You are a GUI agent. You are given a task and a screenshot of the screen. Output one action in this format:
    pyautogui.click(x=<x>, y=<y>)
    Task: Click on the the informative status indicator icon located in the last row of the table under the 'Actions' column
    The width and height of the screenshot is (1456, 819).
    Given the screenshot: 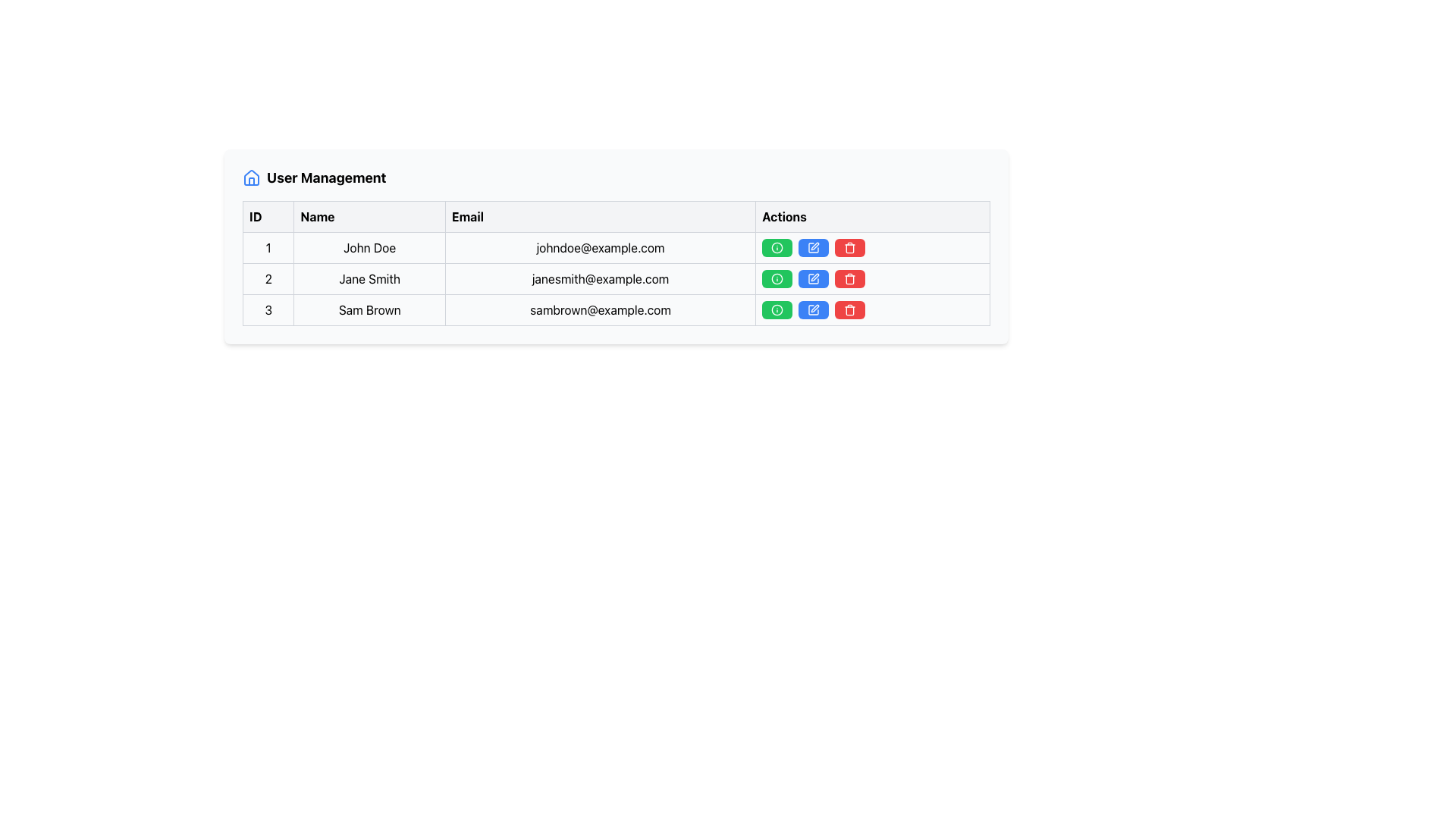 What is the action you would take?
    pyautogui.click(x=777, y=309)
    